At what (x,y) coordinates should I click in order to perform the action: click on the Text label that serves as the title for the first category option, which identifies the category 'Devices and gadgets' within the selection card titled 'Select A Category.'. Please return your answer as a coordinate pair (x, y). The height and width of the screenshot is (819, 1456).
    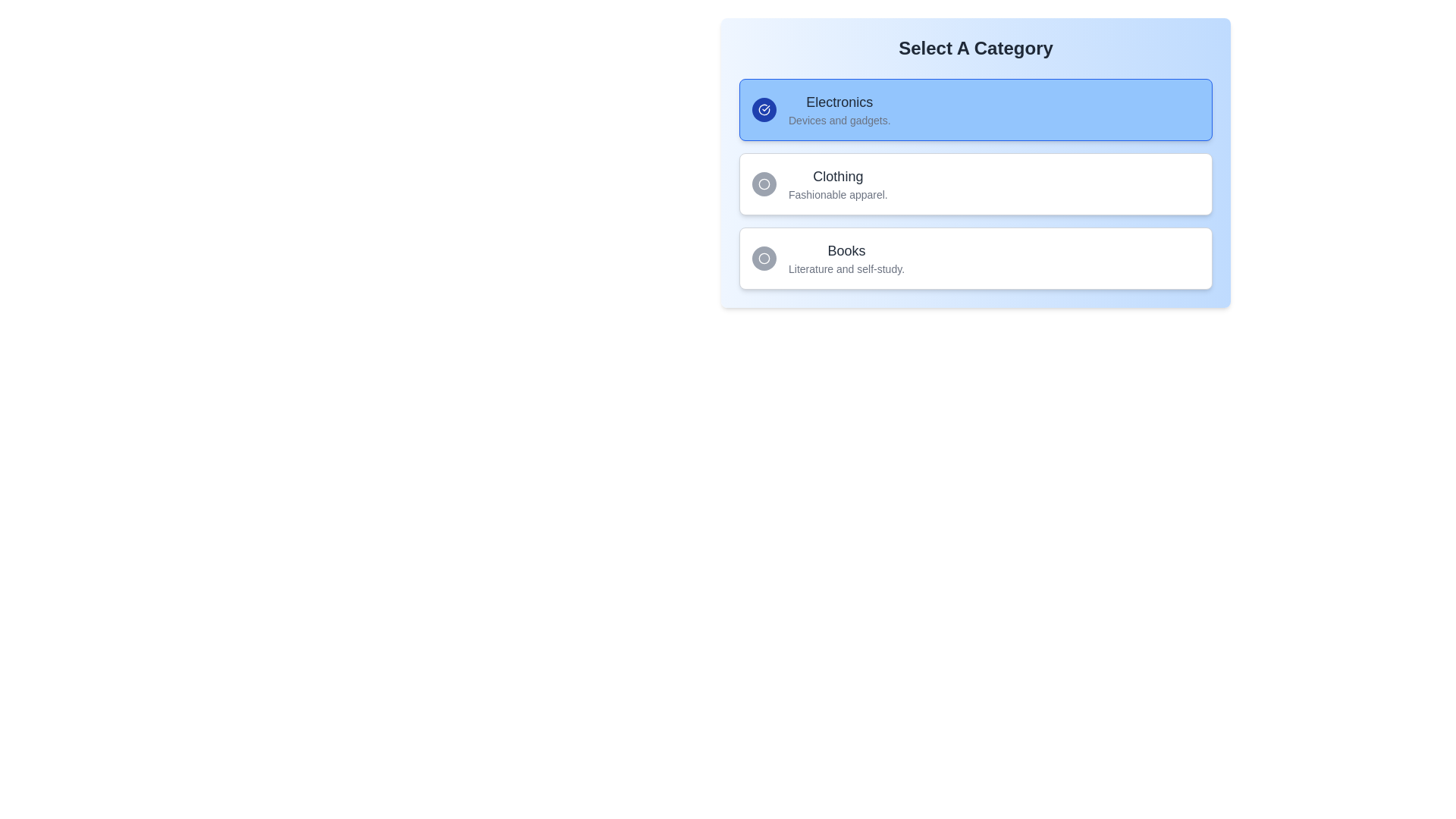
    Looking at the image, I should click on (839, 102).